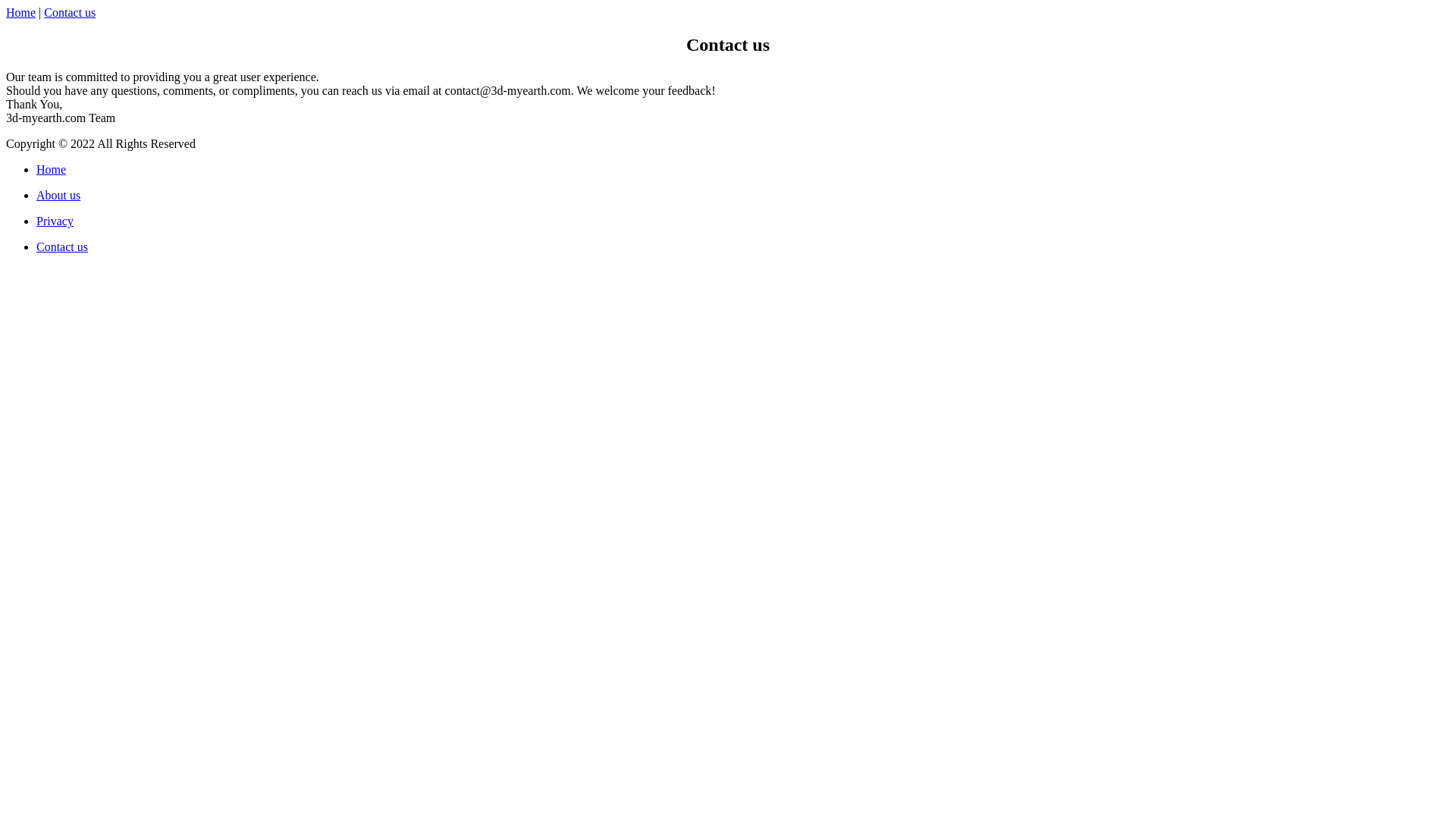 This screenshot has height=819, width=1456. What do you see at coordinates (55, 221) in the screenshot?
I see `'Privacy'` at bounding box center [55, 221].